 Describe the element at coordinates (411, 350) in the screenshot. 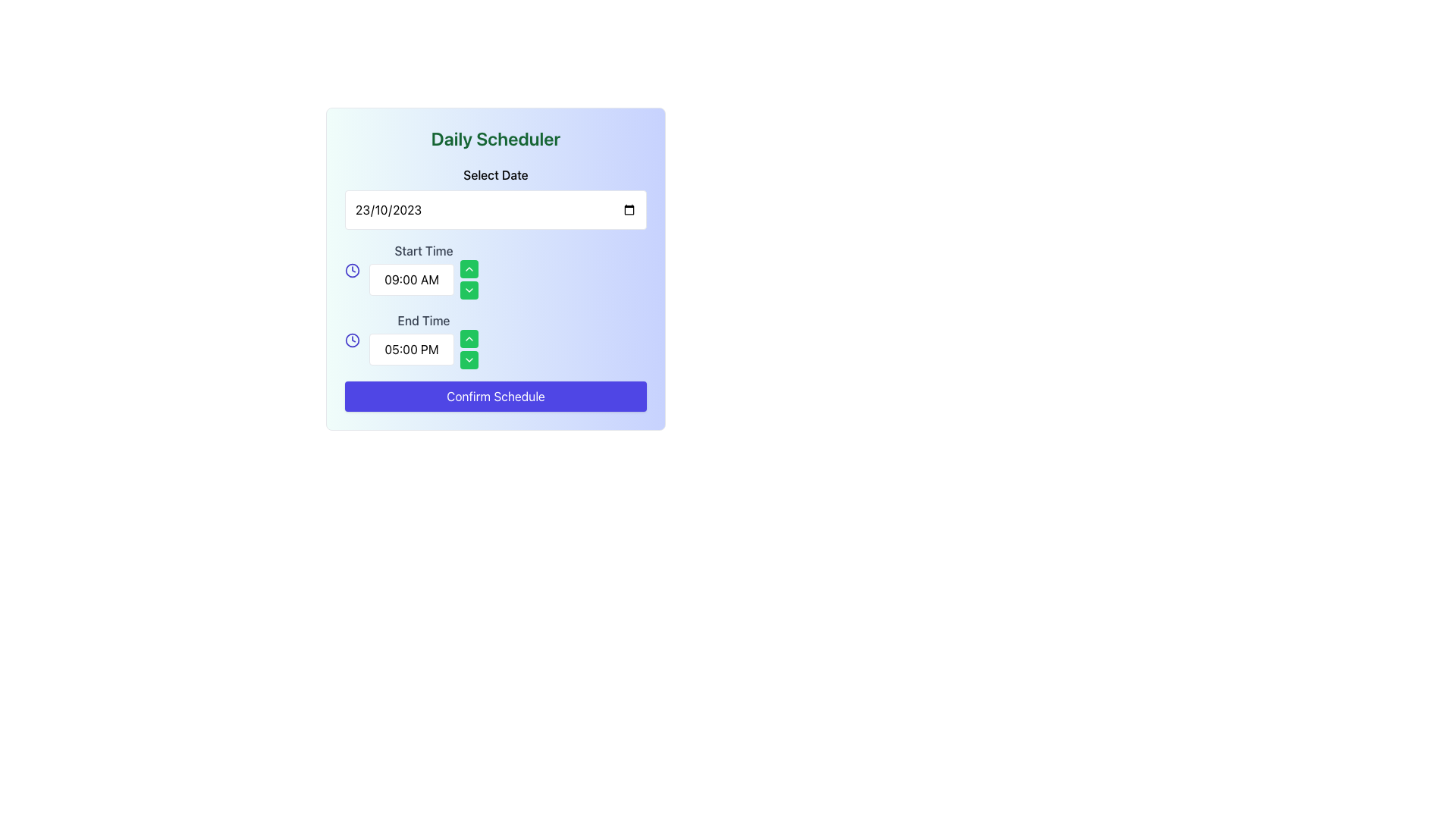

I see `the text input field displaying '05:00 PM' located under the 'End Time' section` at that location.